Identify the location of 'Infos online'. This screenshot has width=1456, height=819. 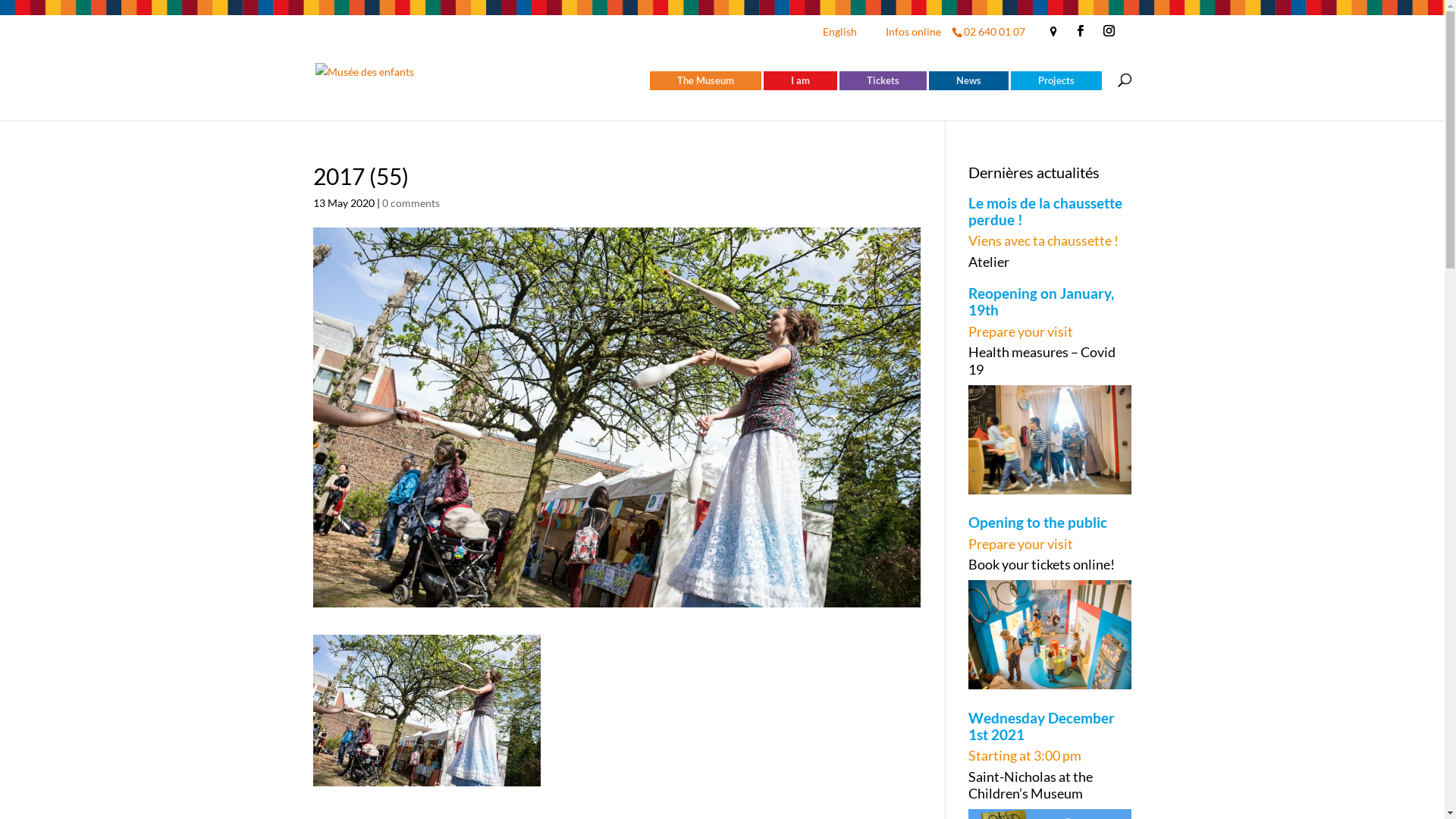
(912, 34).